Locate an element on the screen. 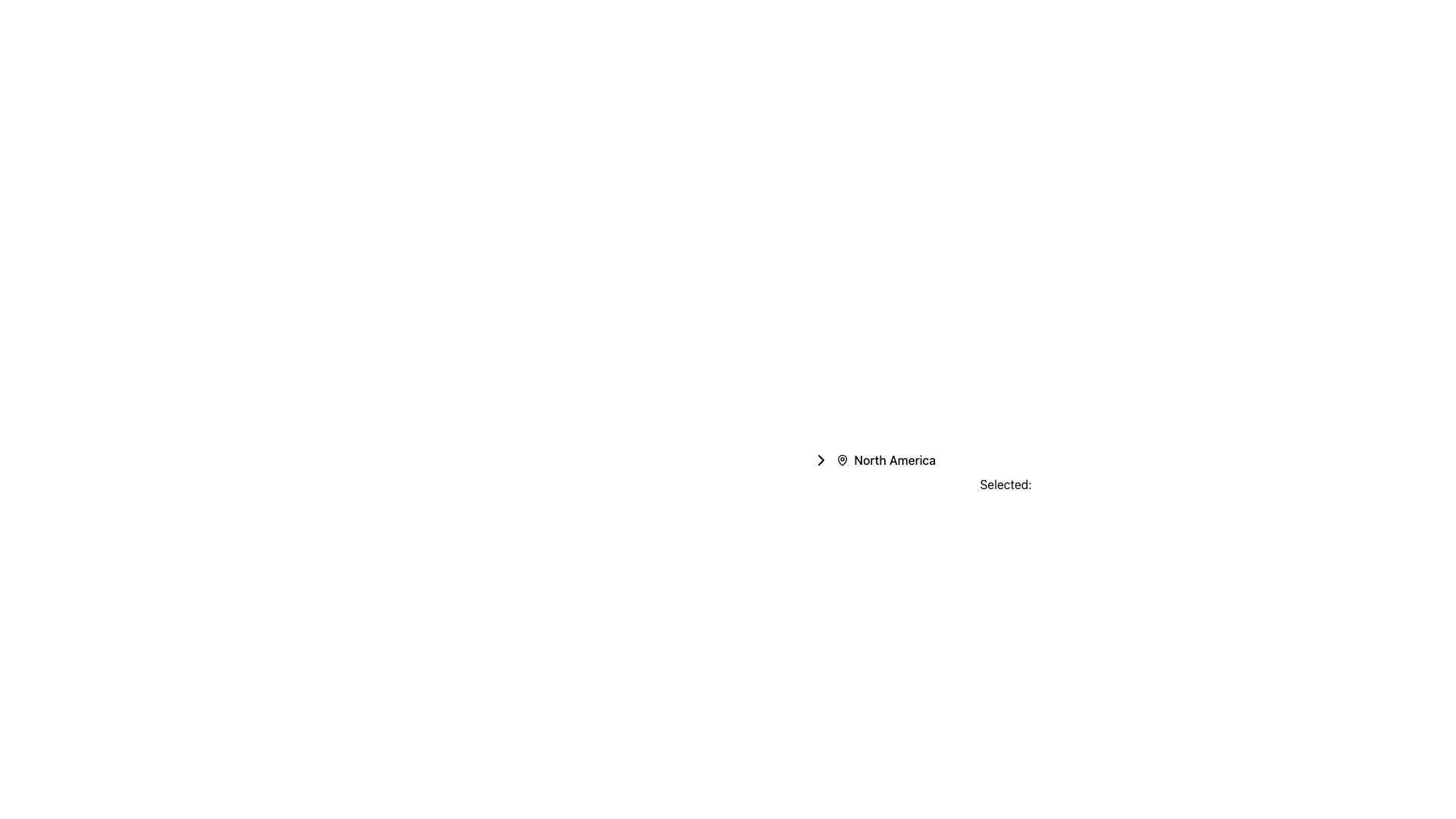  the chevron arrow button, which serves as an indicator for navigation or movement, located at the center of its bounding box on the right side of the UI component is located at coordinates (820, 459).